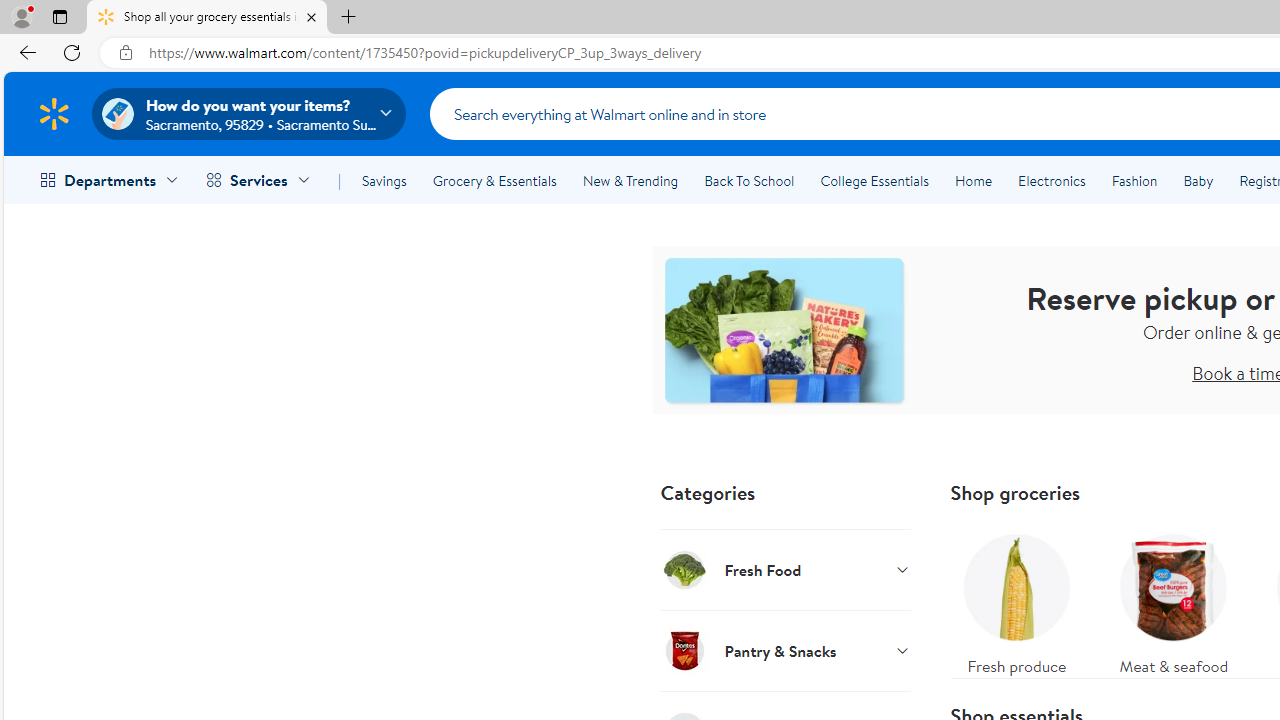 This screenshot has height=720, width=1280. Describe the element at coordinates (784, 650) in the screenshot. I see `'Pantry & Snacks'` at that location.